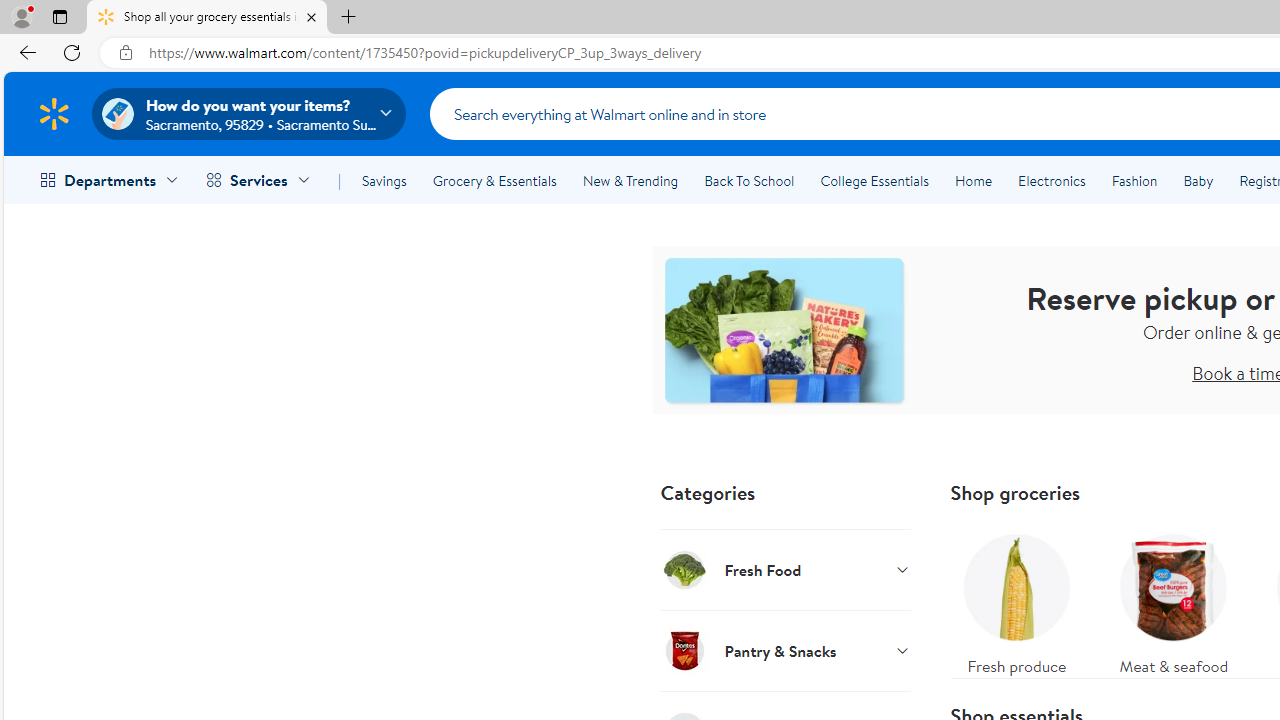 This screenshot has height=720, width=1280. Describe the element at coordinates (784, 650) in the screenshot. I see `'Pantry & Snacks'` at that location.